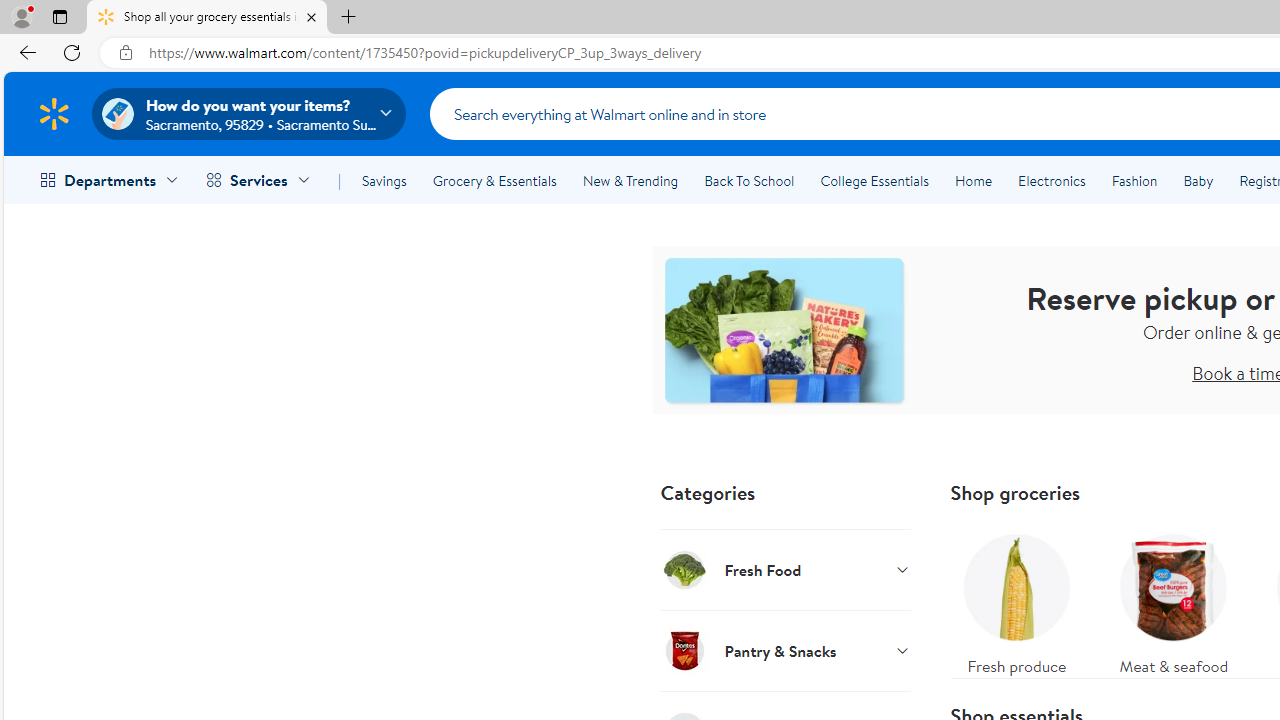 This screenshot has height=720, width=1280. Describe the element at coordinates (784, 650) in the screenshot. I see `'Pantry & Snacks'` at that location.